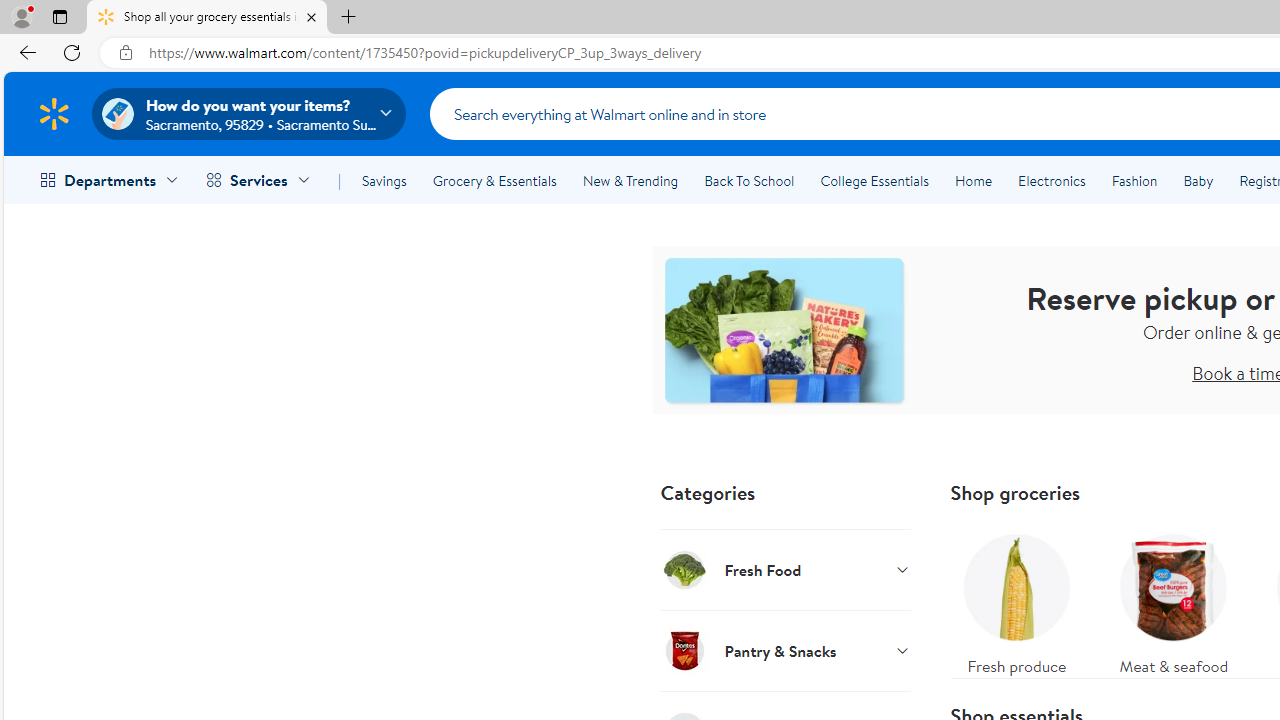 This screenshot has height=720, width=1280. Describe the element at coordinates (784, 650) in the screenshot. I see `'Pantry & Snacks'` at that location.